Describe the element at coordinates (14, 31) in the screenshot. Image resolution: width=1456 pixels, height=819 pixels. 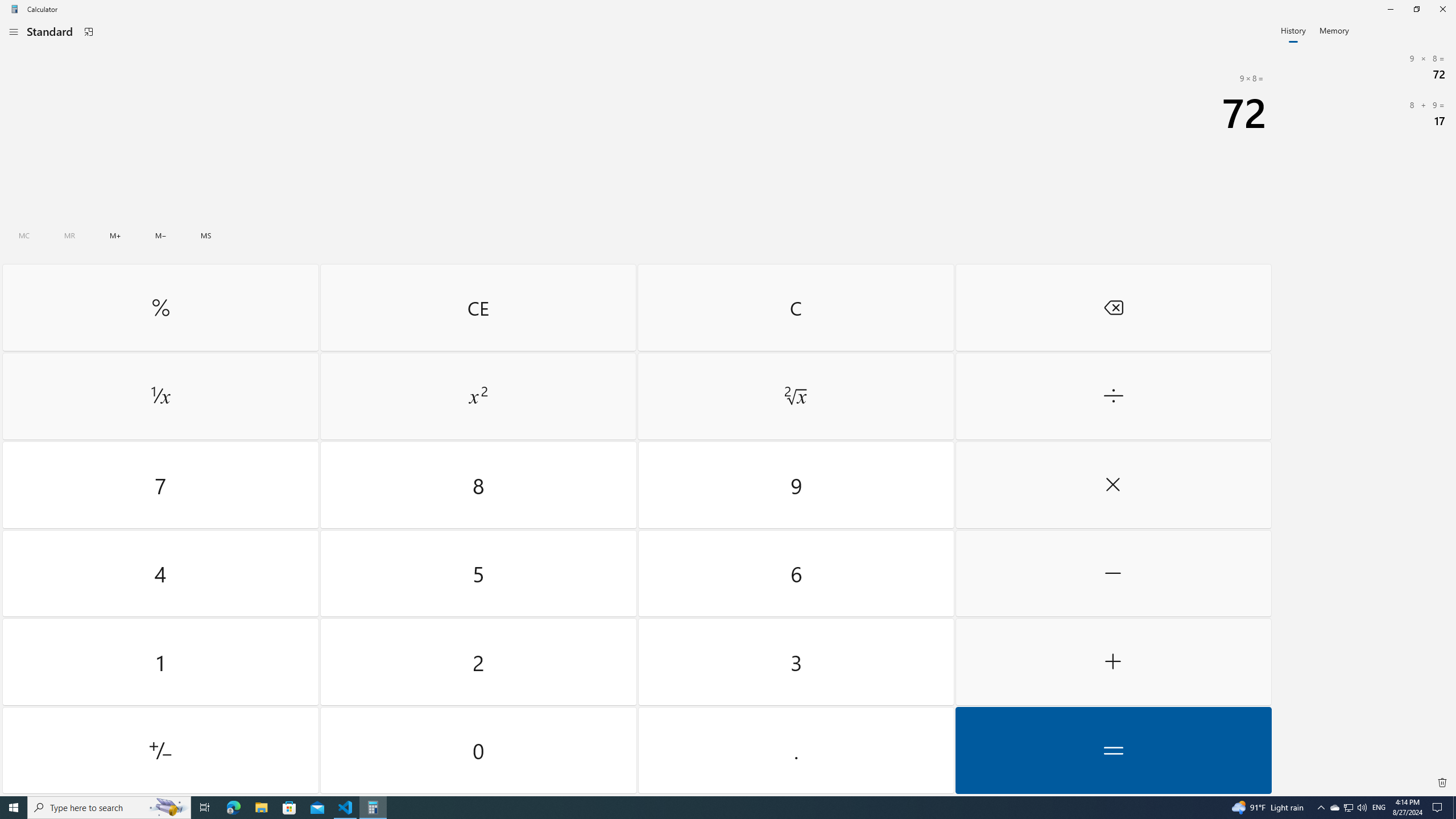
I see `'Open Navigation'` at that location.